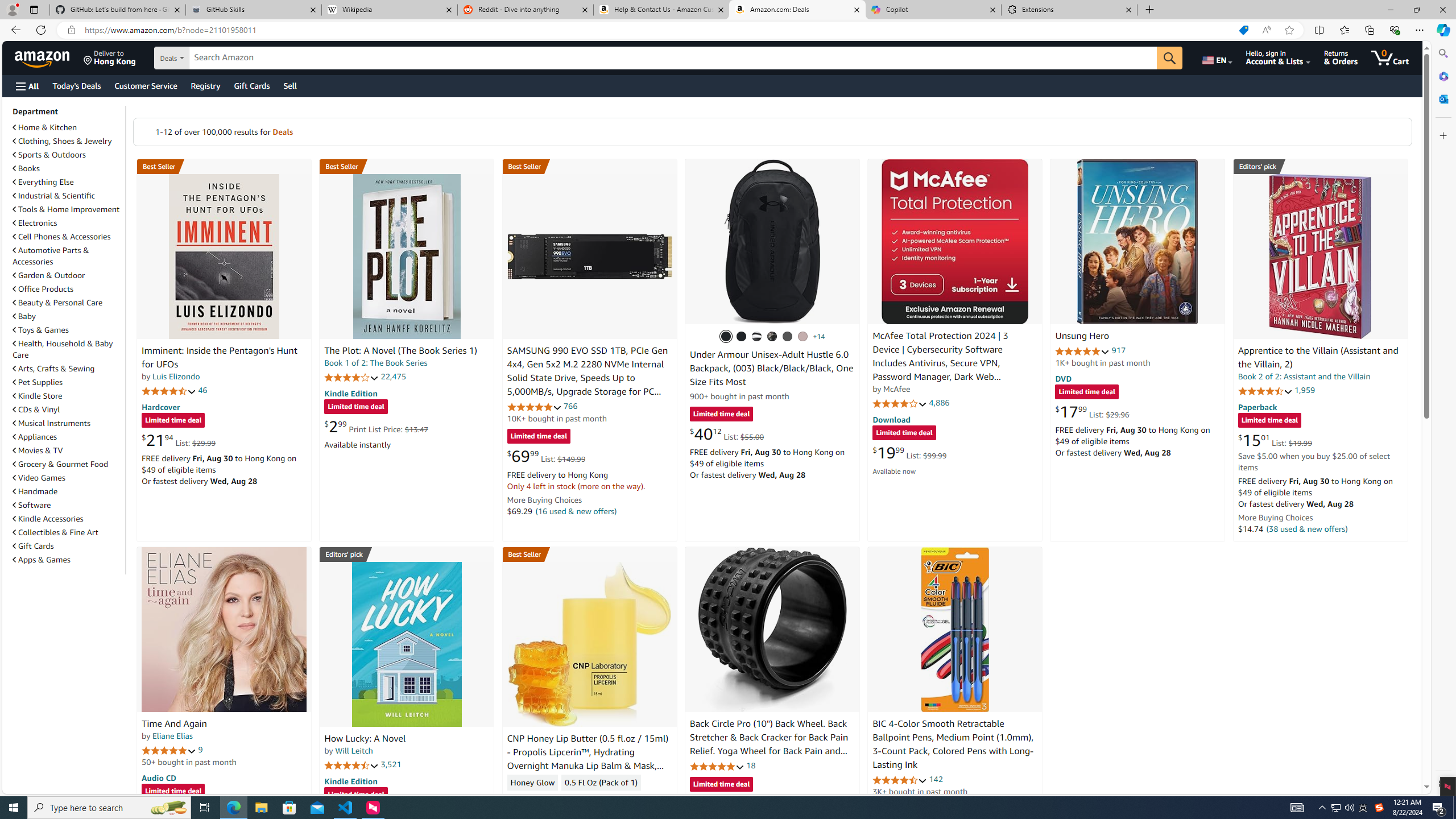  I want to click on '+14', so click(818, 336).